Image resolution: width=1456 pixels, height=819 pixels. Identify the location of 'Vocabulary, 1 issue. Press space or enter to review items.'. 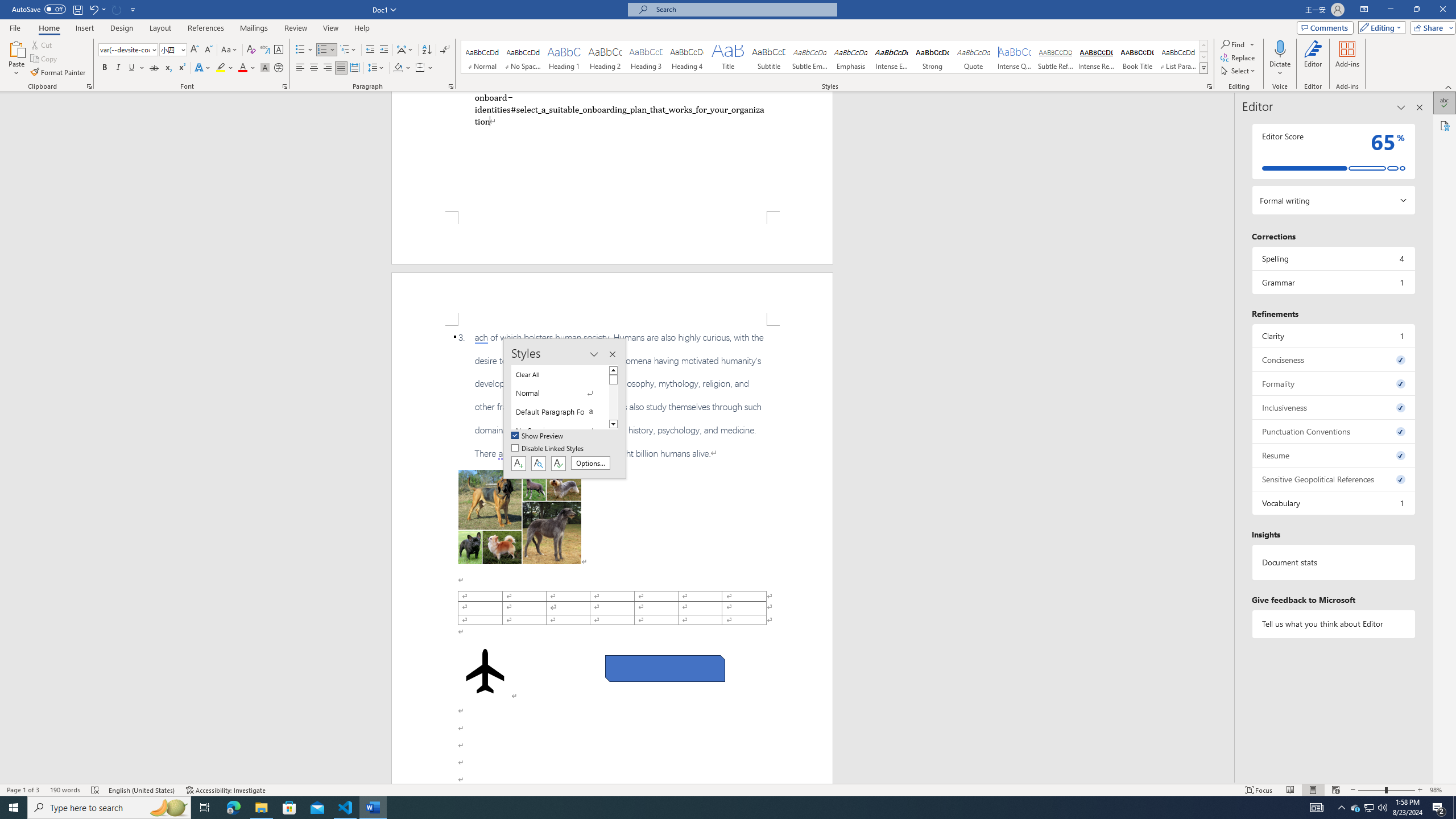
(1333, 503).